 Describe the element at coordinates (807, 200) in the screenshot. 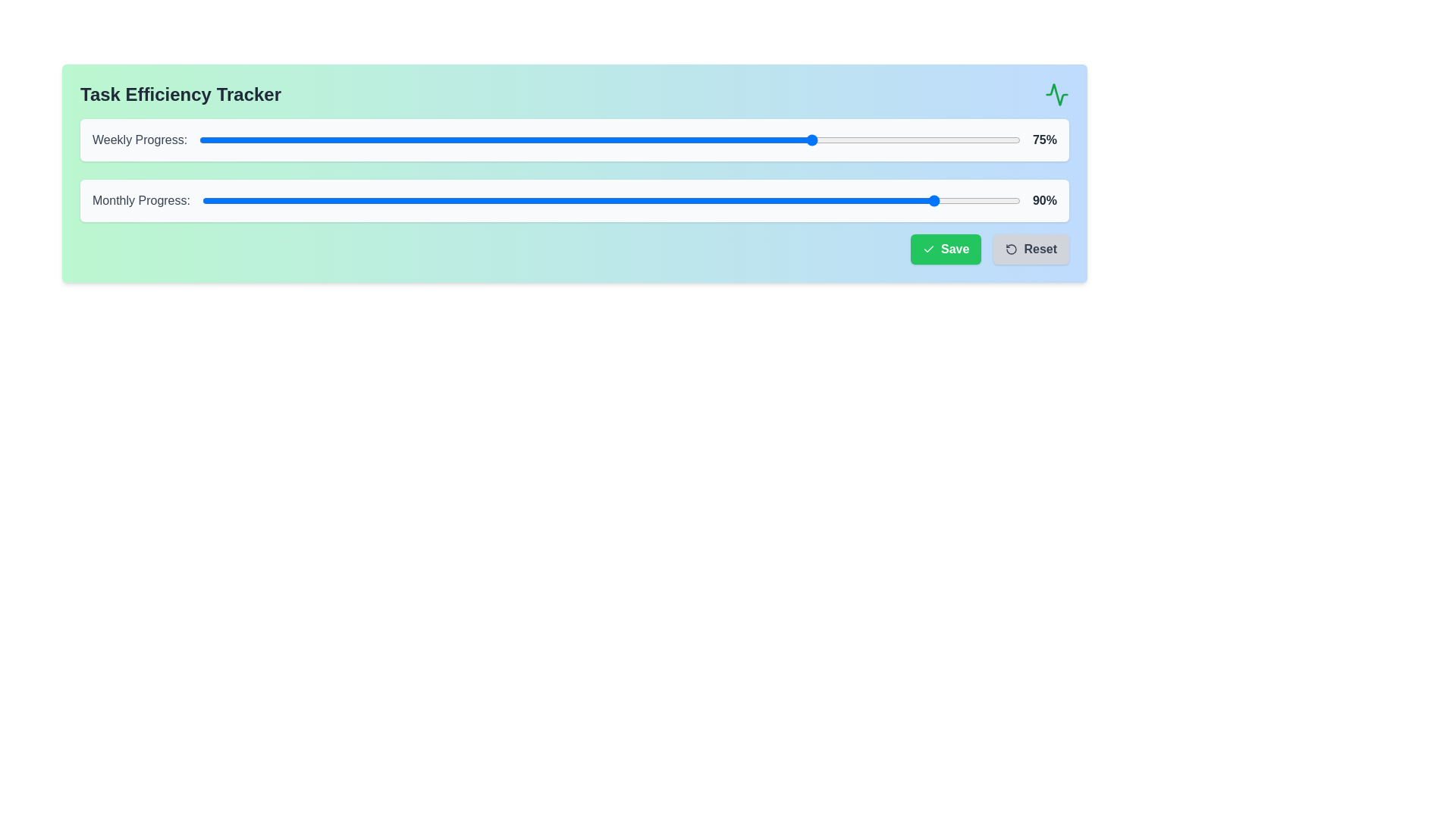

I see `the Monthly Progress slider to 74%` at that location.